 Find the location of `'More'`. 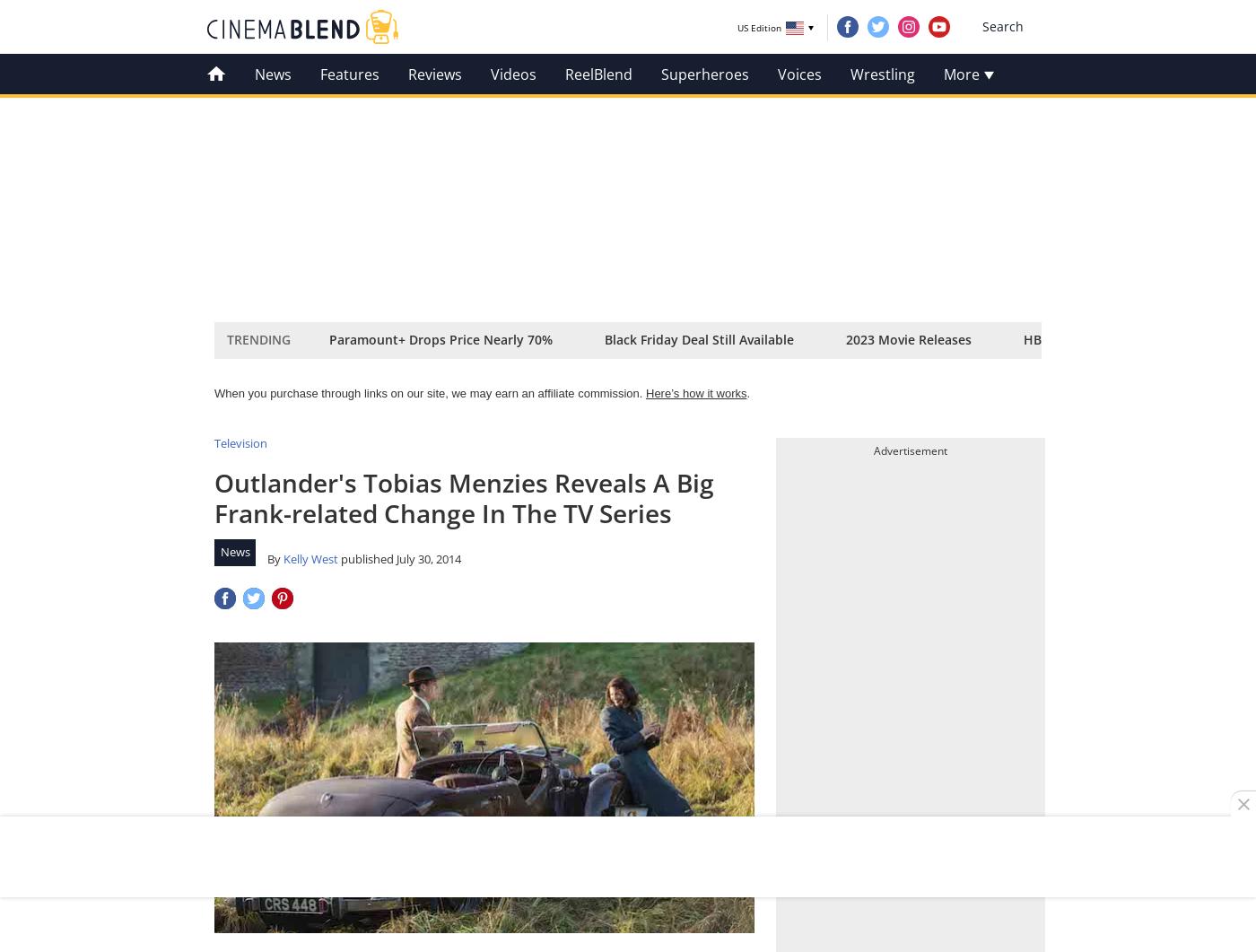

'More' is located at coordinates (963, 74).